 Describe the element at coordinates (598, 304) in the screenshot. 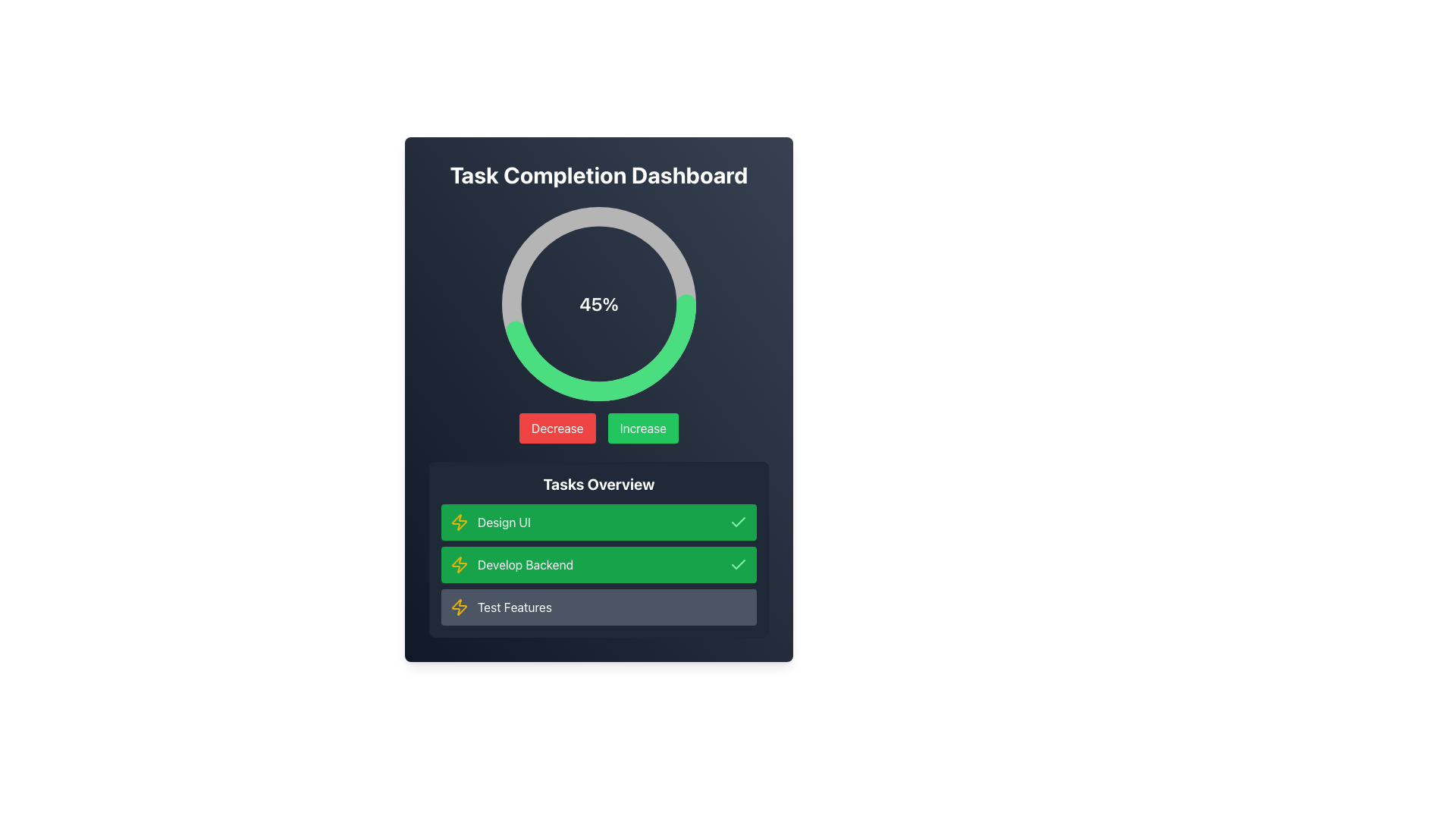

I see `the Circular Progress Indicator located near the top-center of the UI, which features a light gray stroke and a green section indicating progress` at that location.